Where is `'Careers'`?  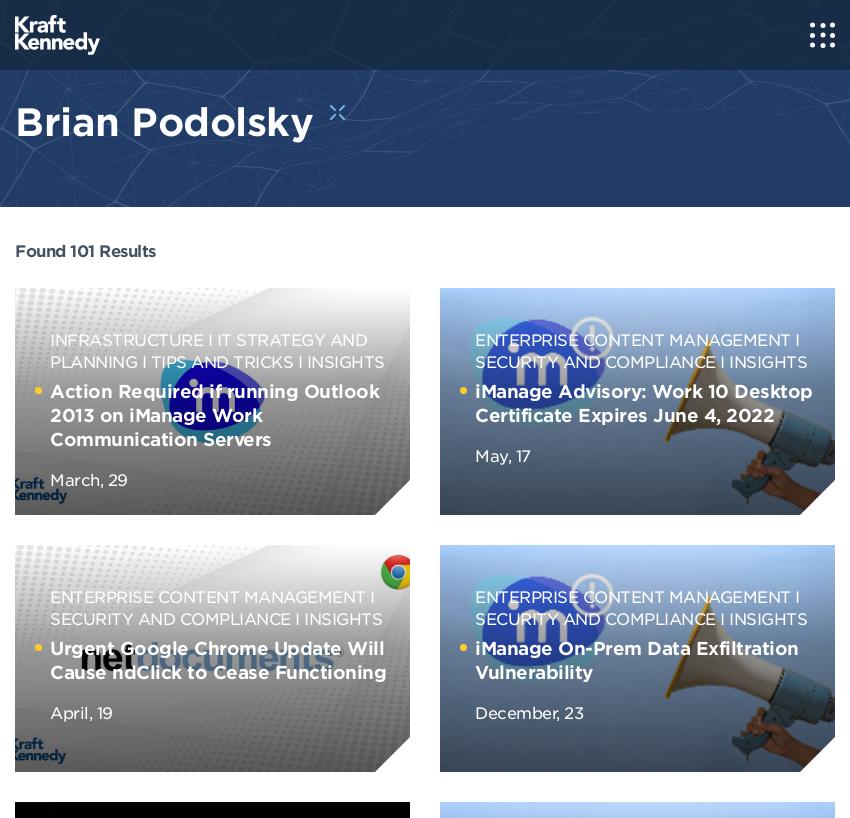
'Careers' is located at coordinates (13, 195).